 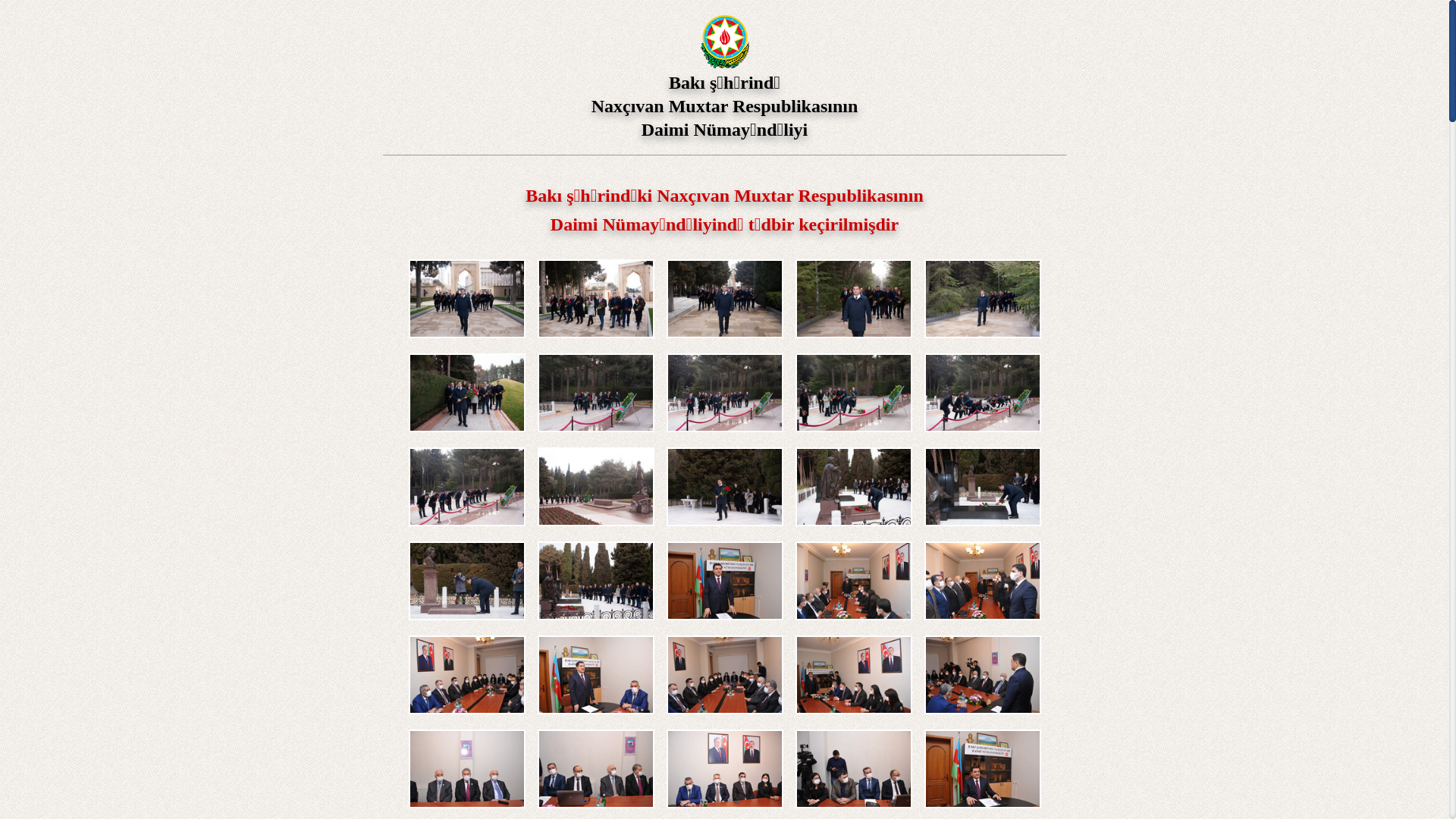 What do you see at coordinates (595, 674) in the screenshot?
I see `'Click to enlarge'` at bounding box center [595, 674].